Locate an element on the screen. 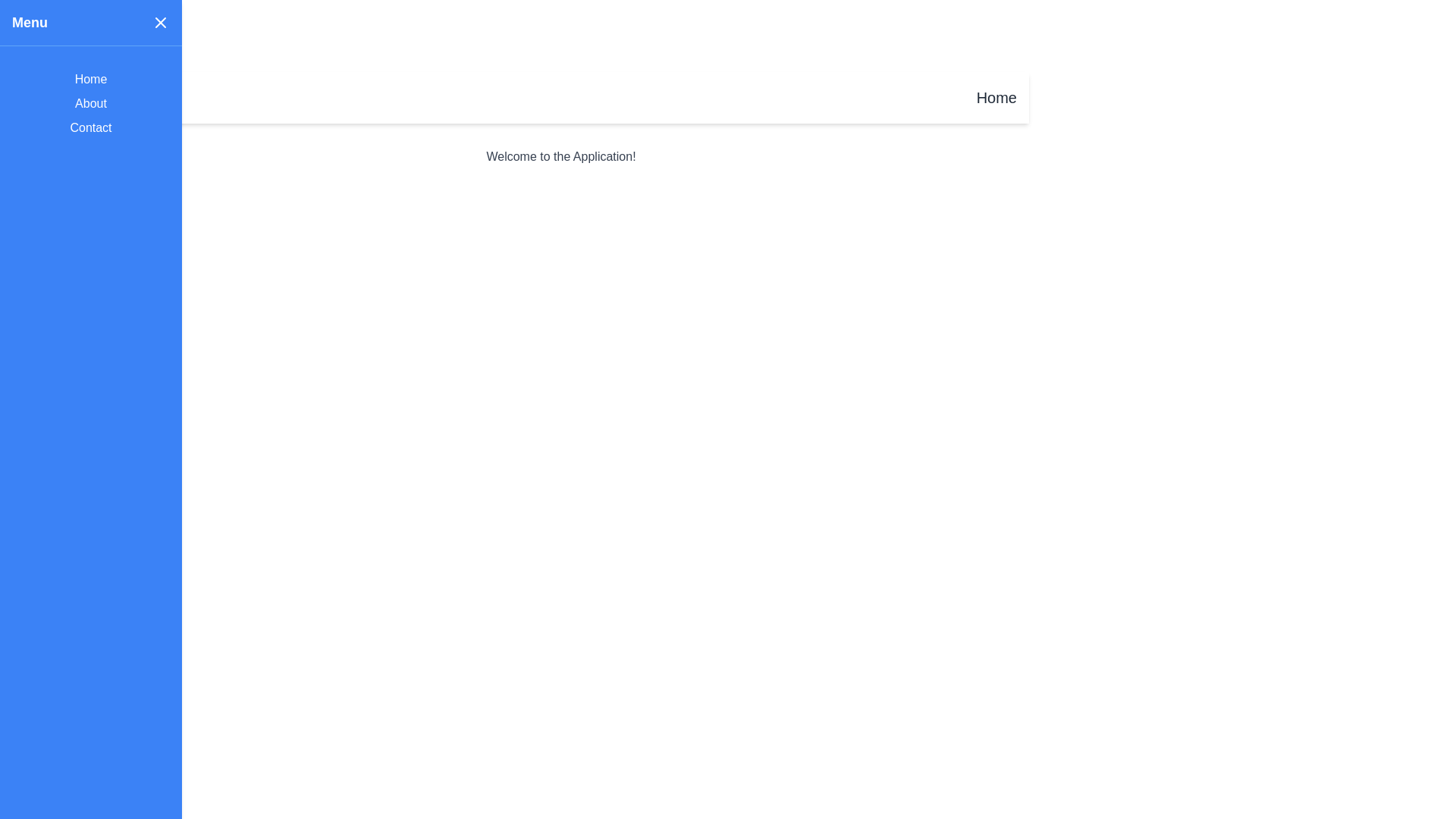 The image size is (1456, 819). the 'Home' text link in the side menu is located at coordinates (90, 79).